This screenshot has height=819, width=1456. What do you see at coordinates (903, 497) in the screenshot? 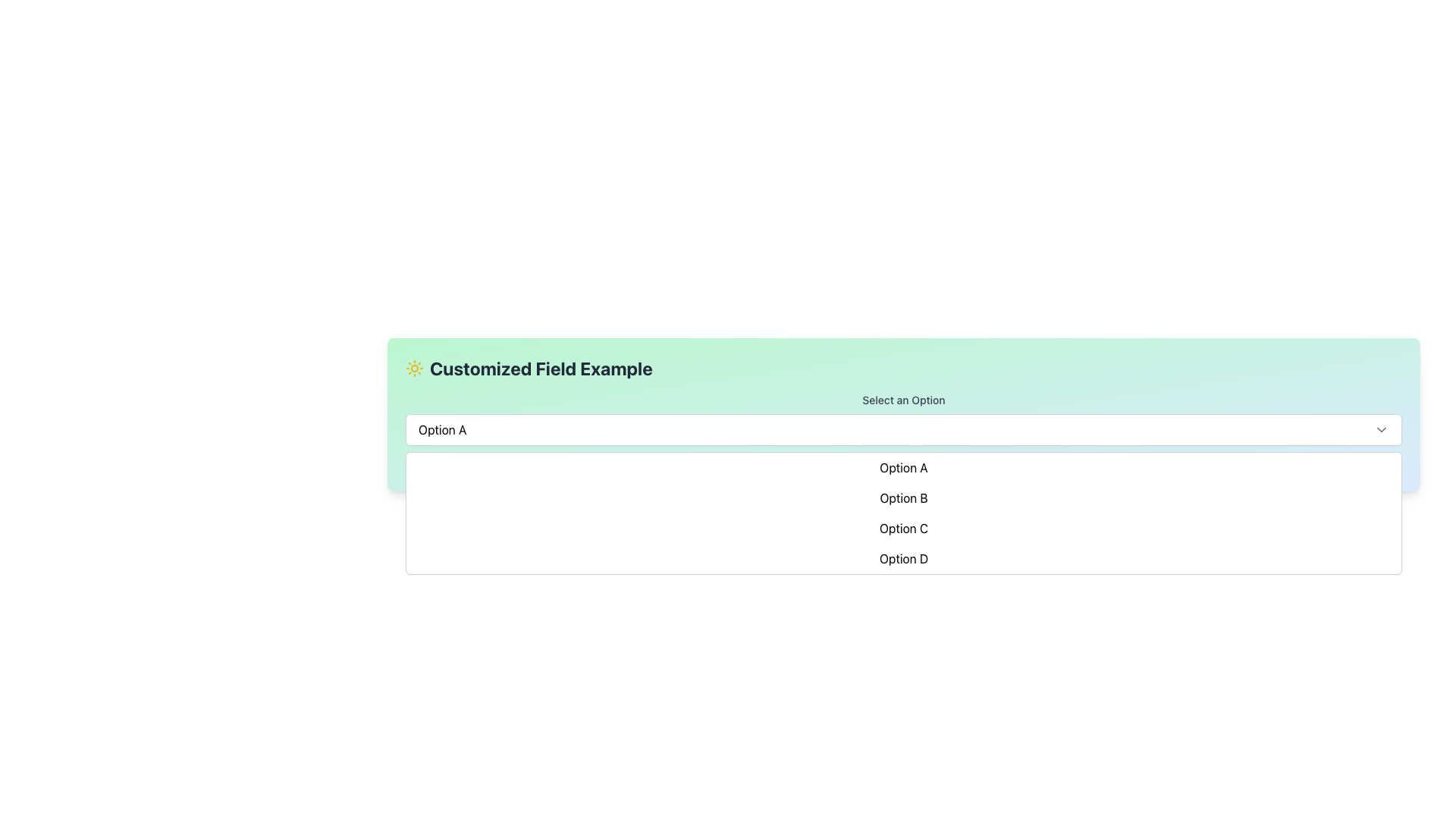
I see `the dropdown menu item labeled 'Option B'` at bounding box center [903, 497].